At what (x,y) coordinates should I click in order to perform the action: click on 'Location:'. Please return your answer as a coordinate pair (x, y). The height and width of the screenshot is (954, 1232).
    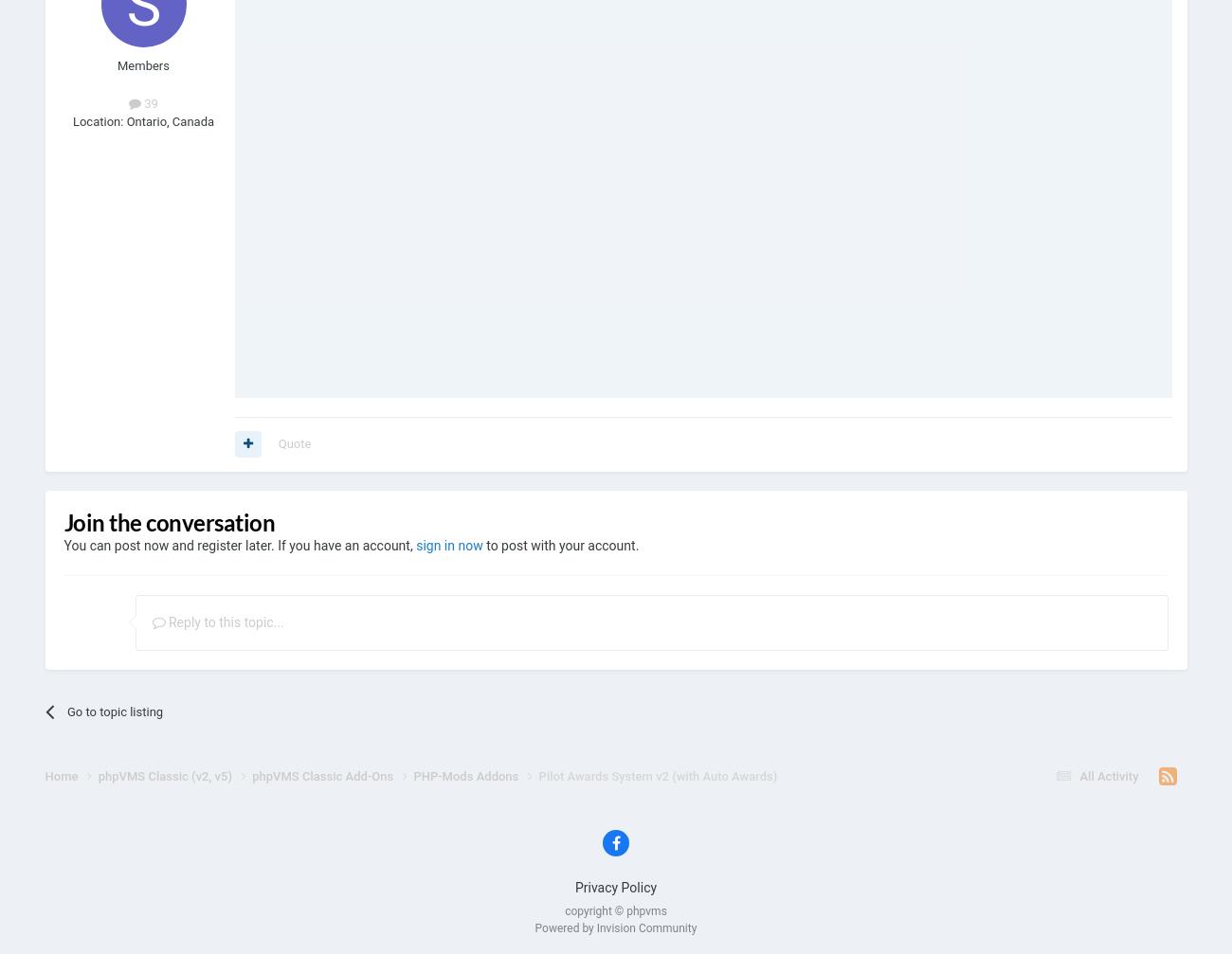
    Looking at the image, I should click on (97, 121).